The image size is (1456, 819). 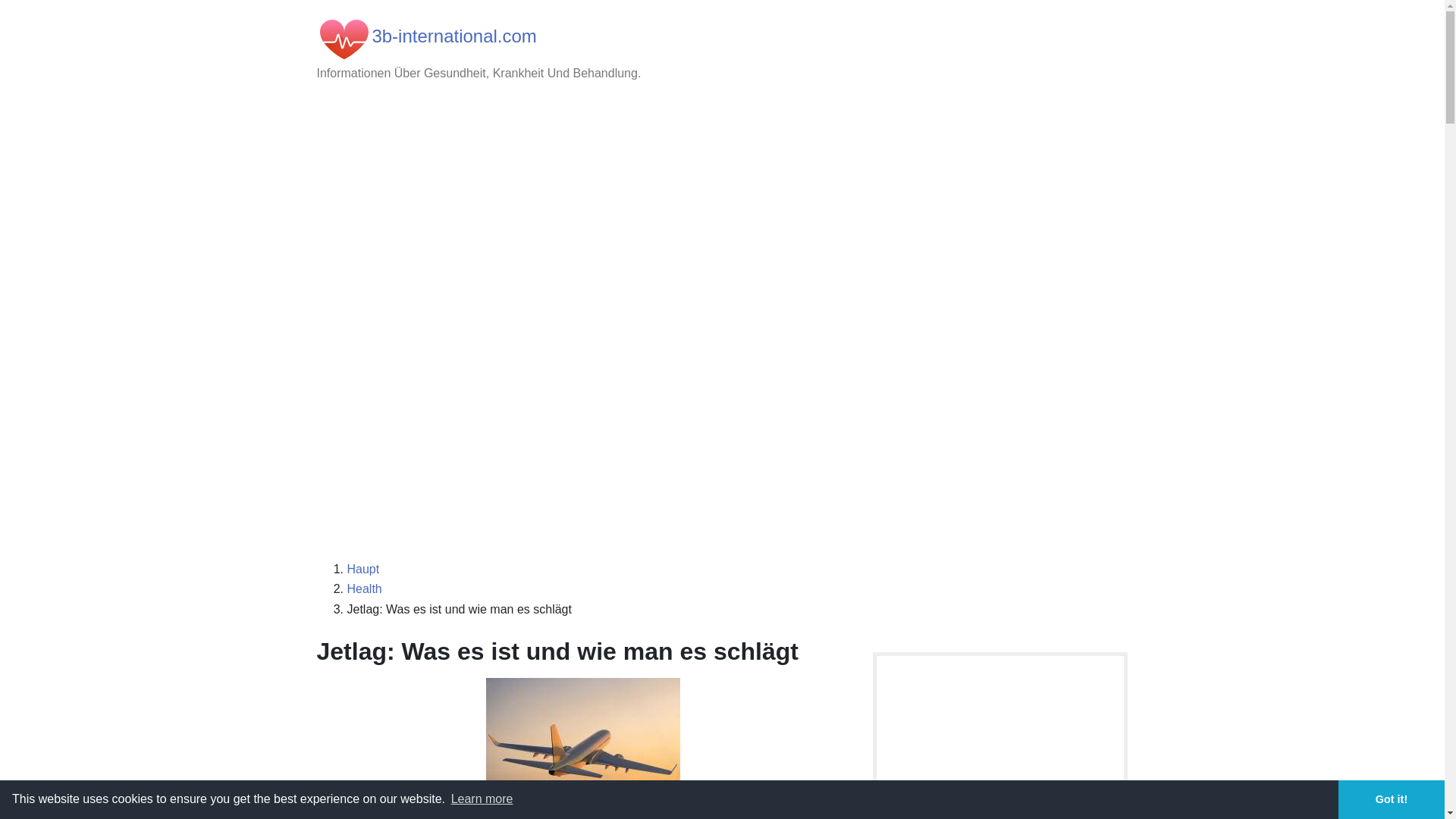 I want to click on 'Haupt', so click(x=362, y=569).